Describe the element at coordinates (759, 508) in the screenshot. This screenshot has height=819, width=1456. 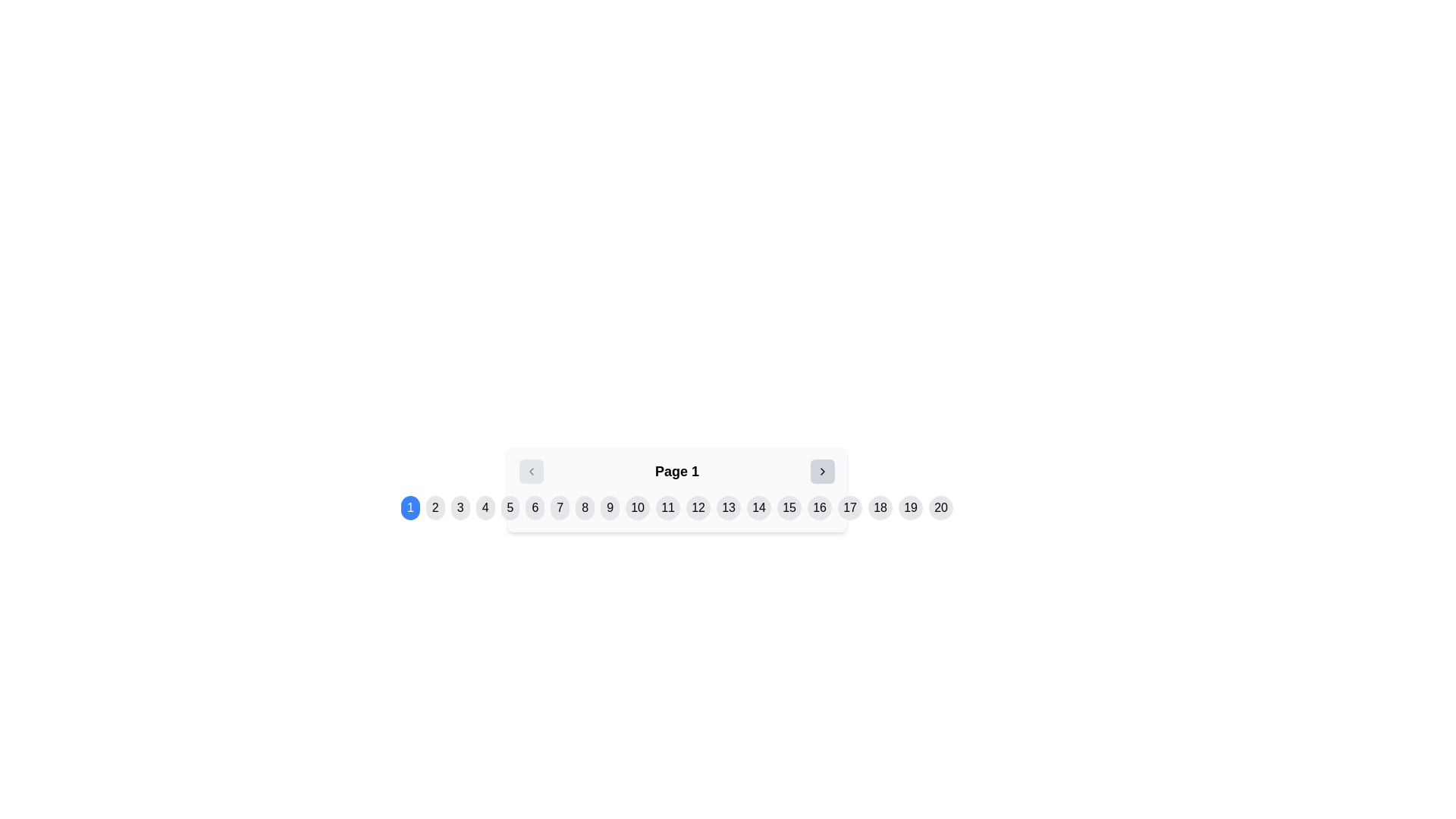
I see `the 14th button in the sequence of navigational buttons` at that location.